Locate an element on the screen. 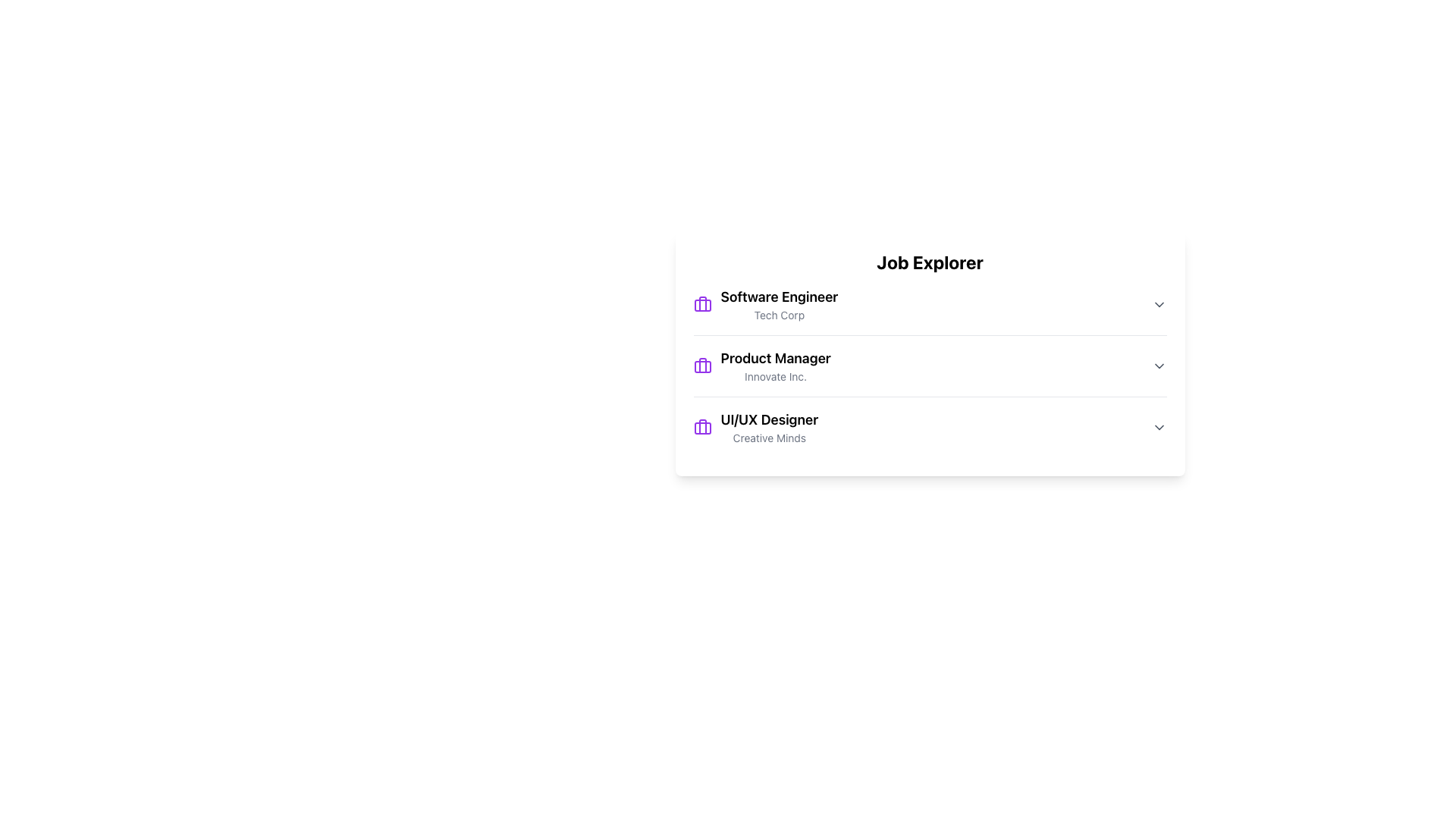  the interactive downward-pointing chevron icon located is located at coordinates (1158, 366).